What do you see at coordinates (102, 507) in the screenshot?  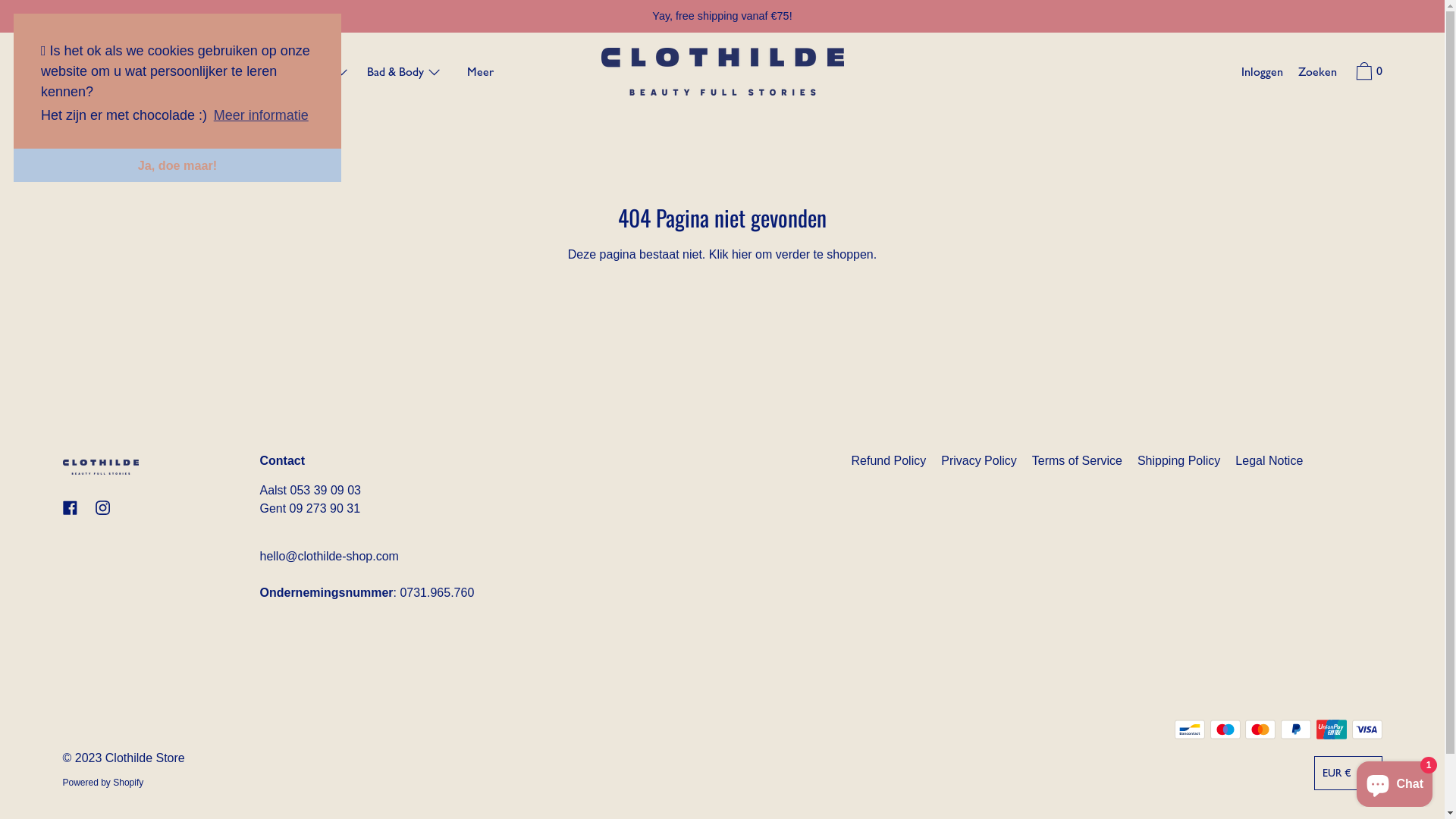 I see `'Instagram'` at bounding box center [102, 507].